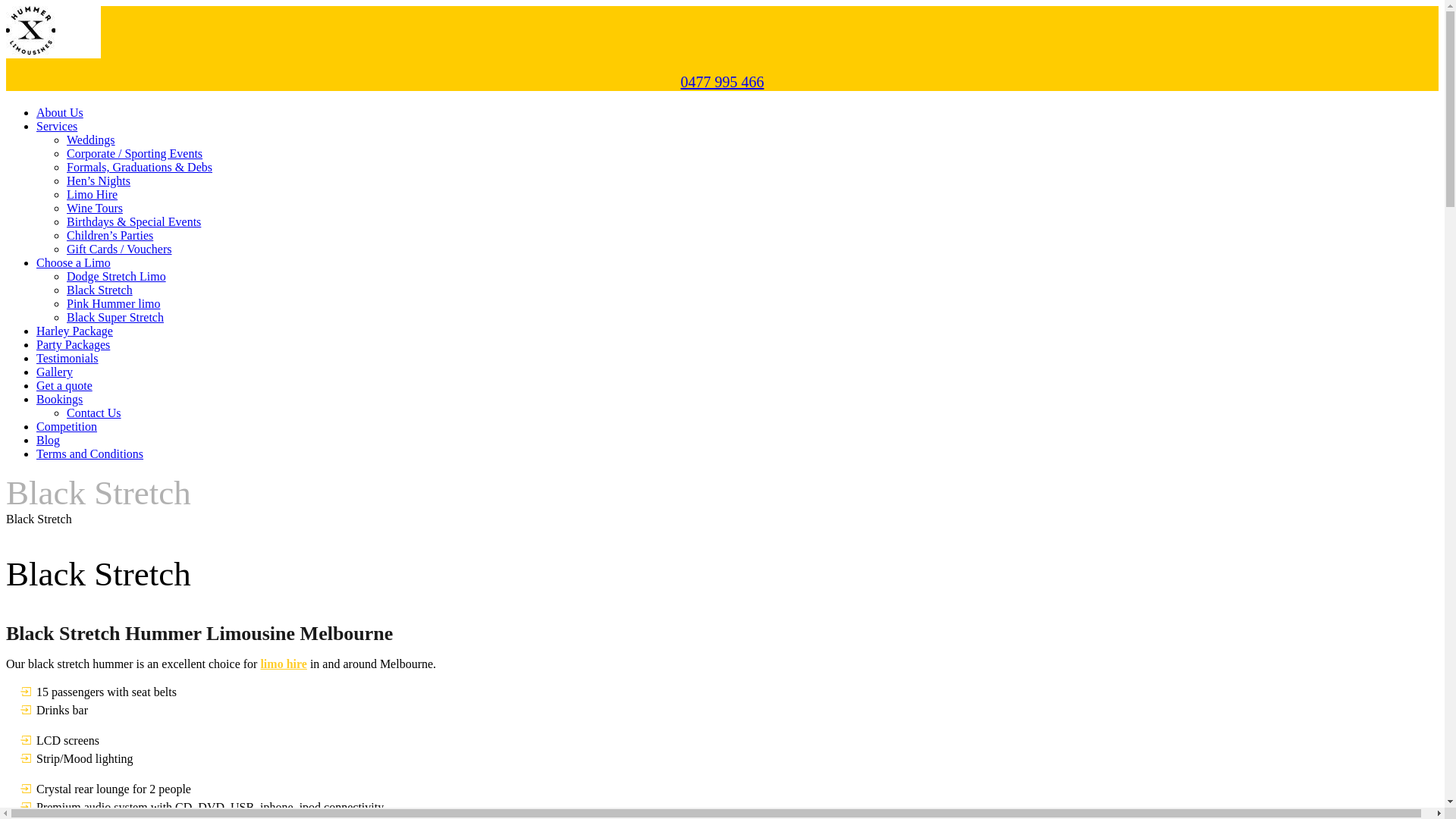 The width and height of the screenshot is (1456, 819). I want to click on 'Harley Package', so click(74, 330).